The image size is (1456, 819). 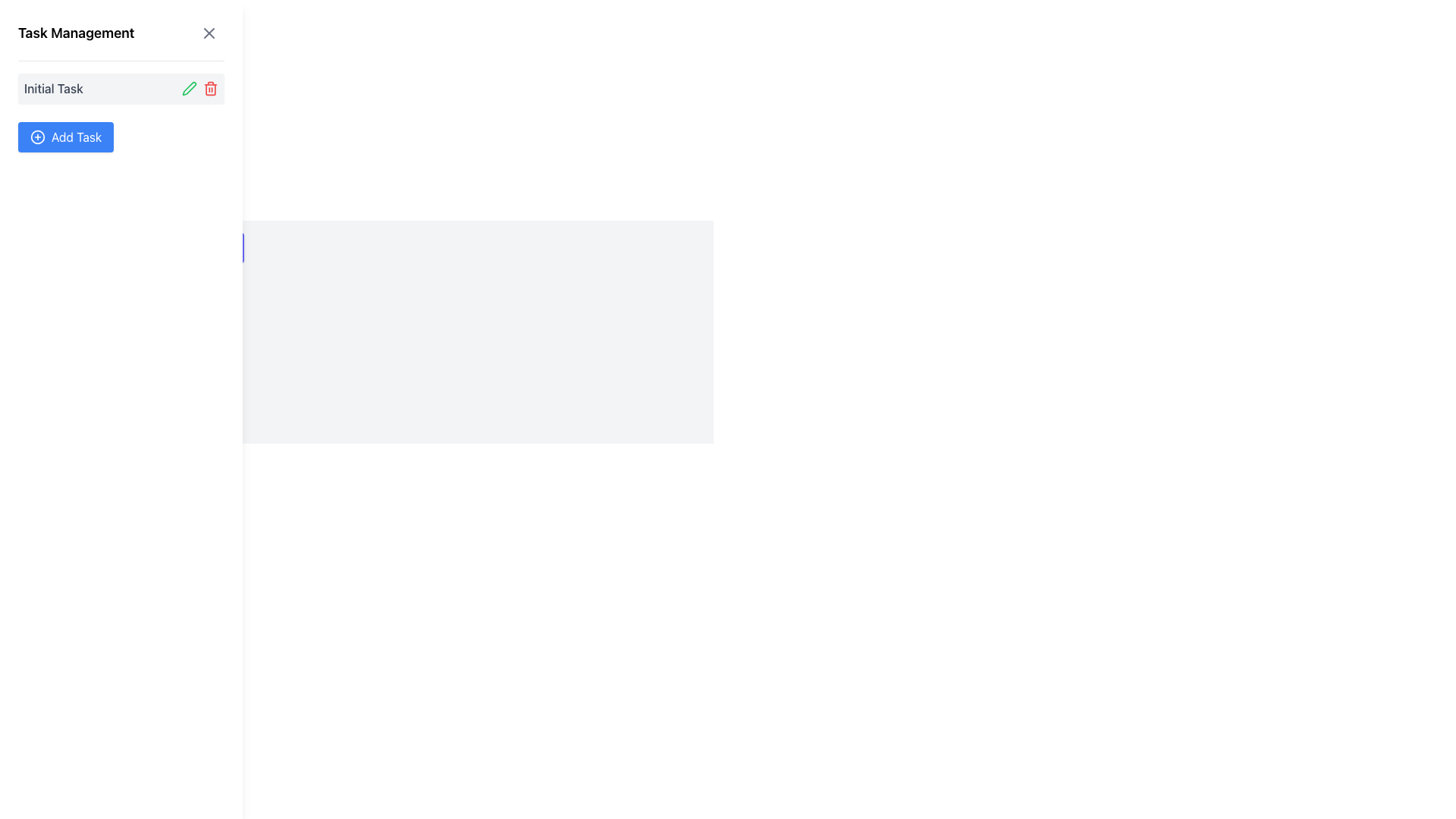 What do you see at coordinates (210, 89) in the screenshot?
I see `the lower part of the trash bin icon, which is outlined and located on the right side of the task management interface` at bounding box center [210, 89].